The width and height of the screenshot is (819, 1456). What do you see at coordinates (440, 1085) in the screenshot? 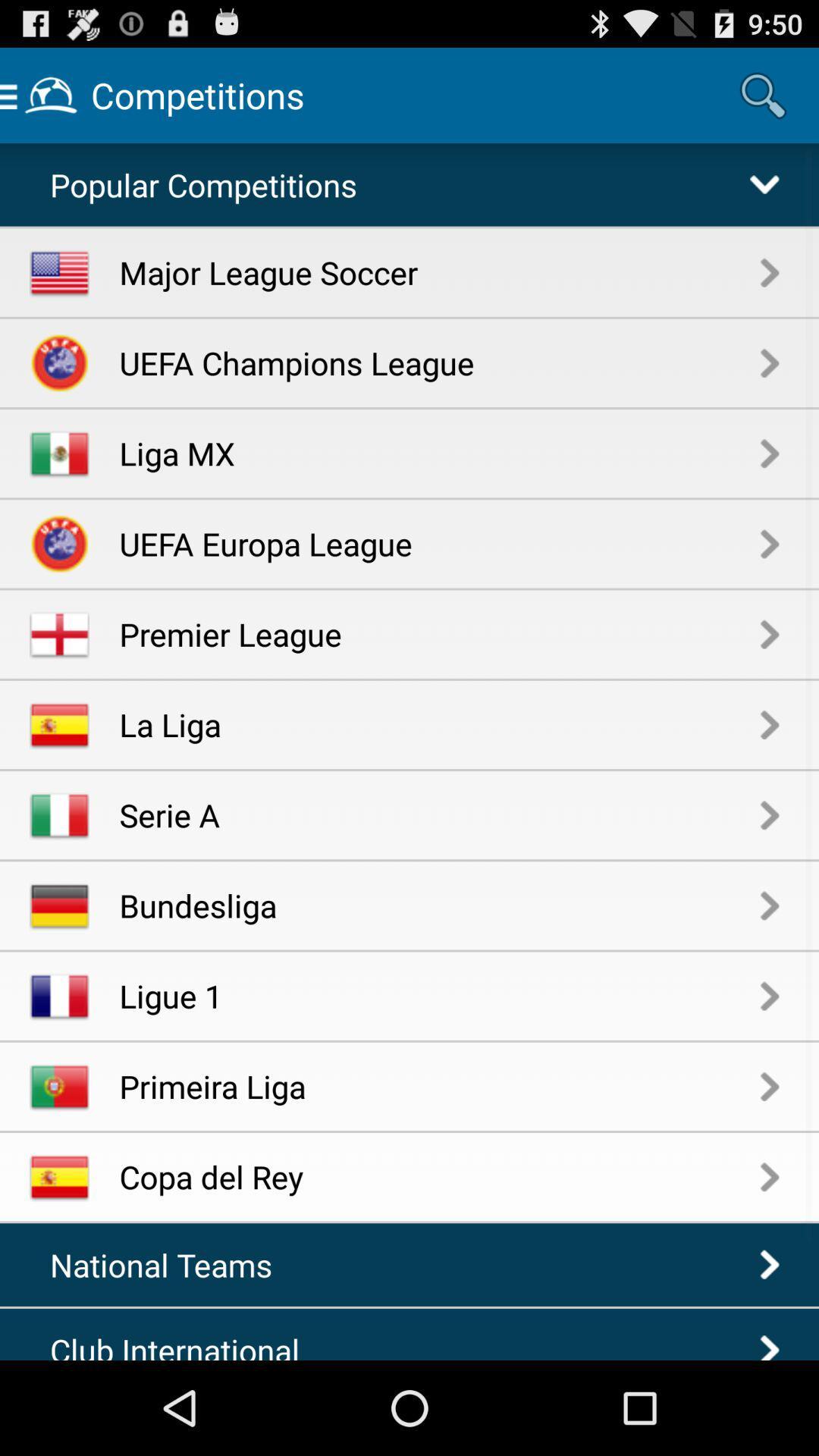
I see `item above copa del rey app` at bounding box center [440, 1085].